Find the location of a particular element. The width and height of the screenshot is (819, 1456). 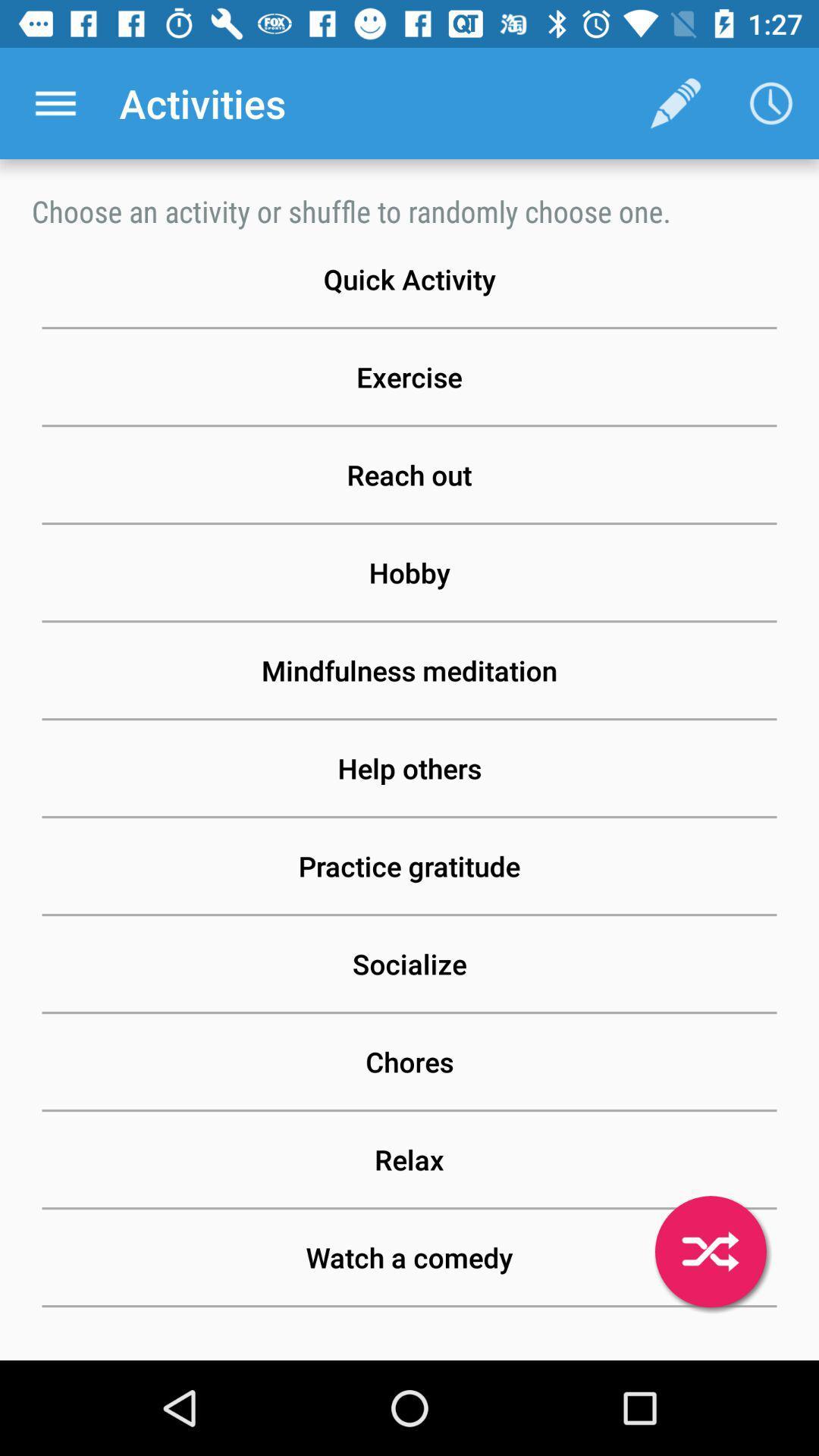

the watch a comedy button is located at coordinates (409, 1257).